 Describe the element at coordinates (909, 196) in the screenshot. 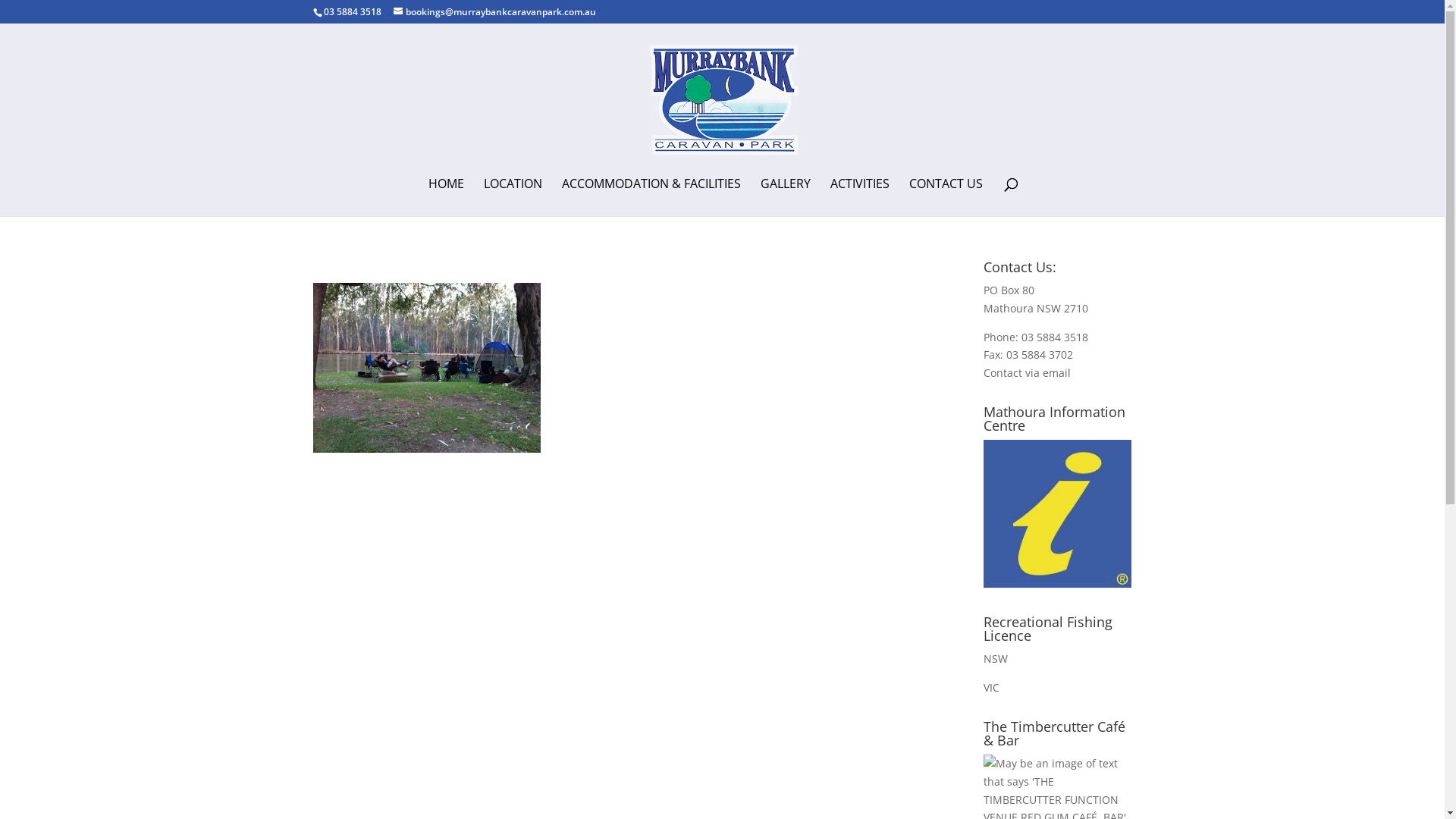

I see `'CONTACT US'` at that location.